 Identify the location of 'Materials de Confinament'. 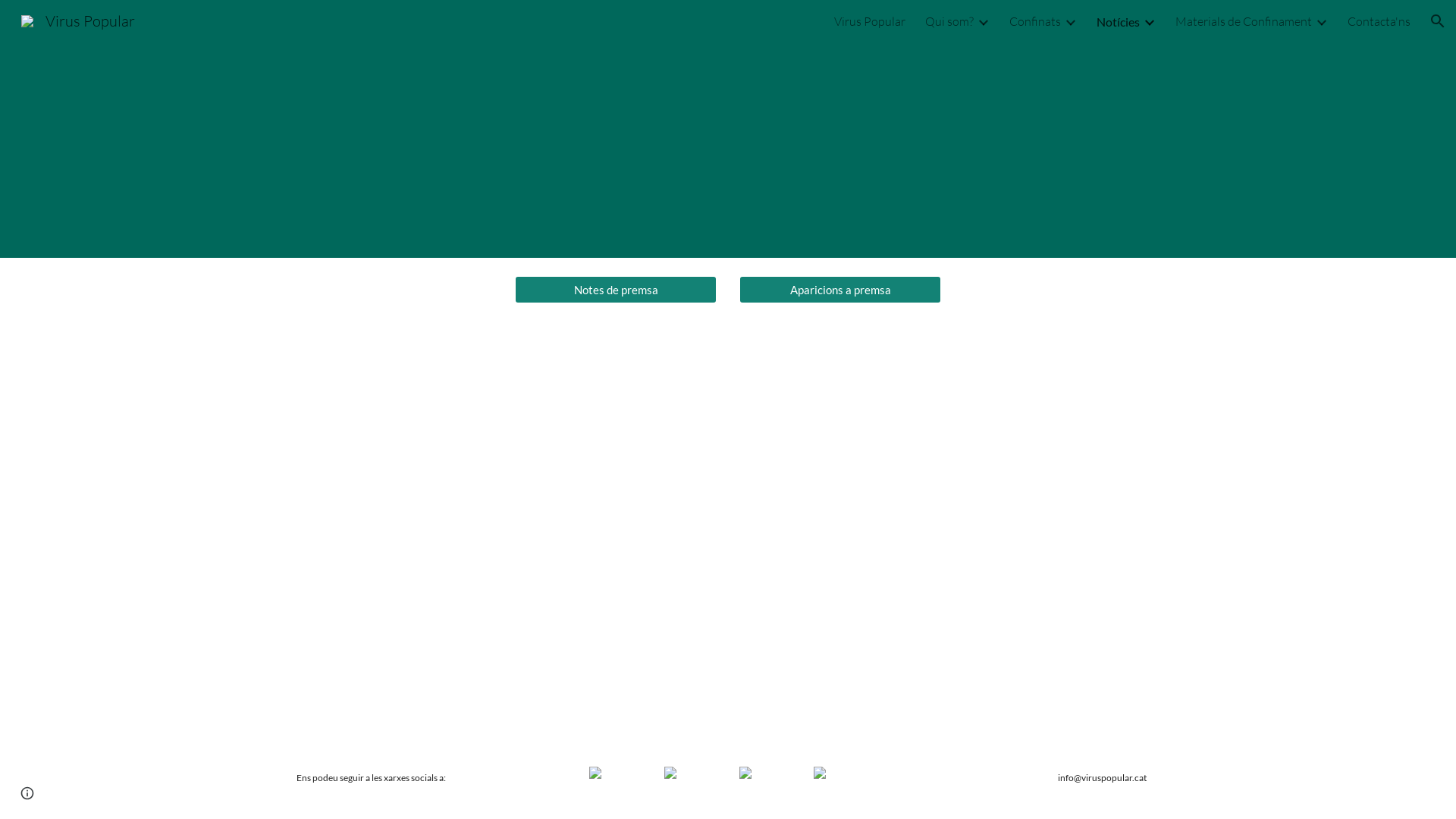
(1175, 20).